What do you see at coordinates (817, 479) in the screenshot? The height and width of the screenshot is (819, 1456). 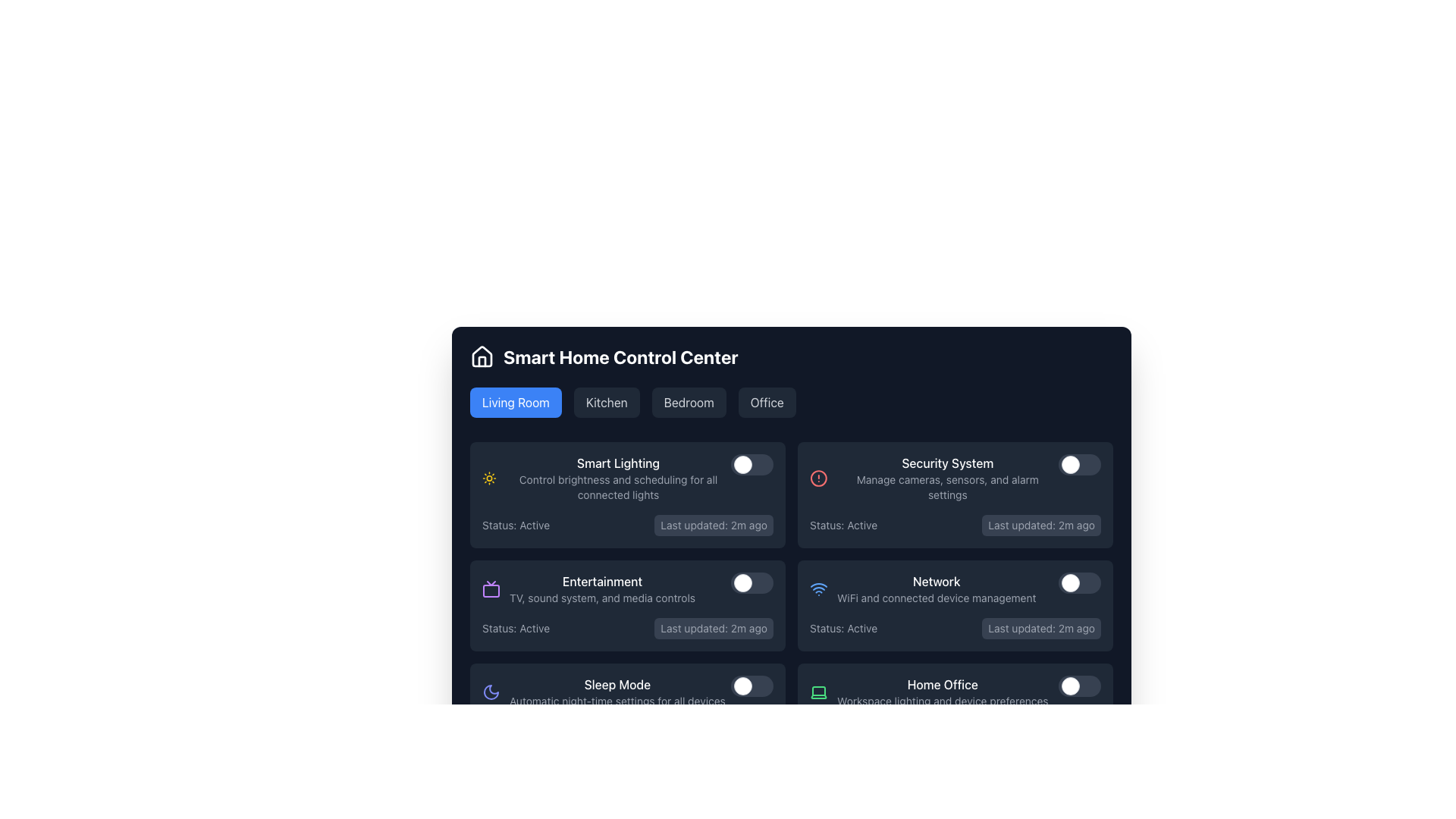 I see `the icon indicating the status of the 'Security System', located centrally in the icon space, to the right of 'Smart Lighting' and above 'Network'` at bounding box center [817, 479].